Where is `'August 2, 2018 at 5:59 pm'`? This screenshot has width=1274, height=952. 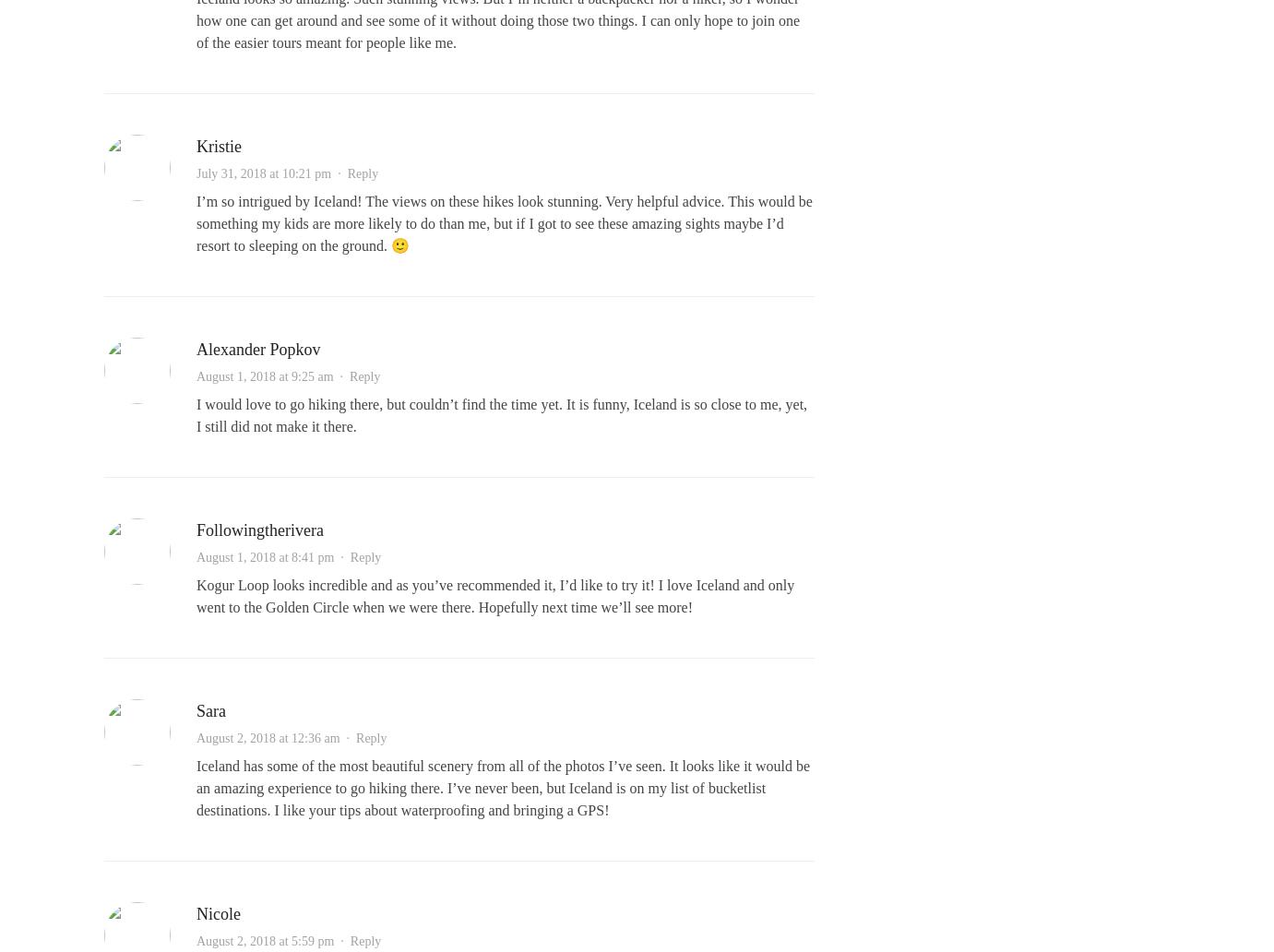
'August 2, 2018 at 5:59 pm' is located at coordinates (265, 940).